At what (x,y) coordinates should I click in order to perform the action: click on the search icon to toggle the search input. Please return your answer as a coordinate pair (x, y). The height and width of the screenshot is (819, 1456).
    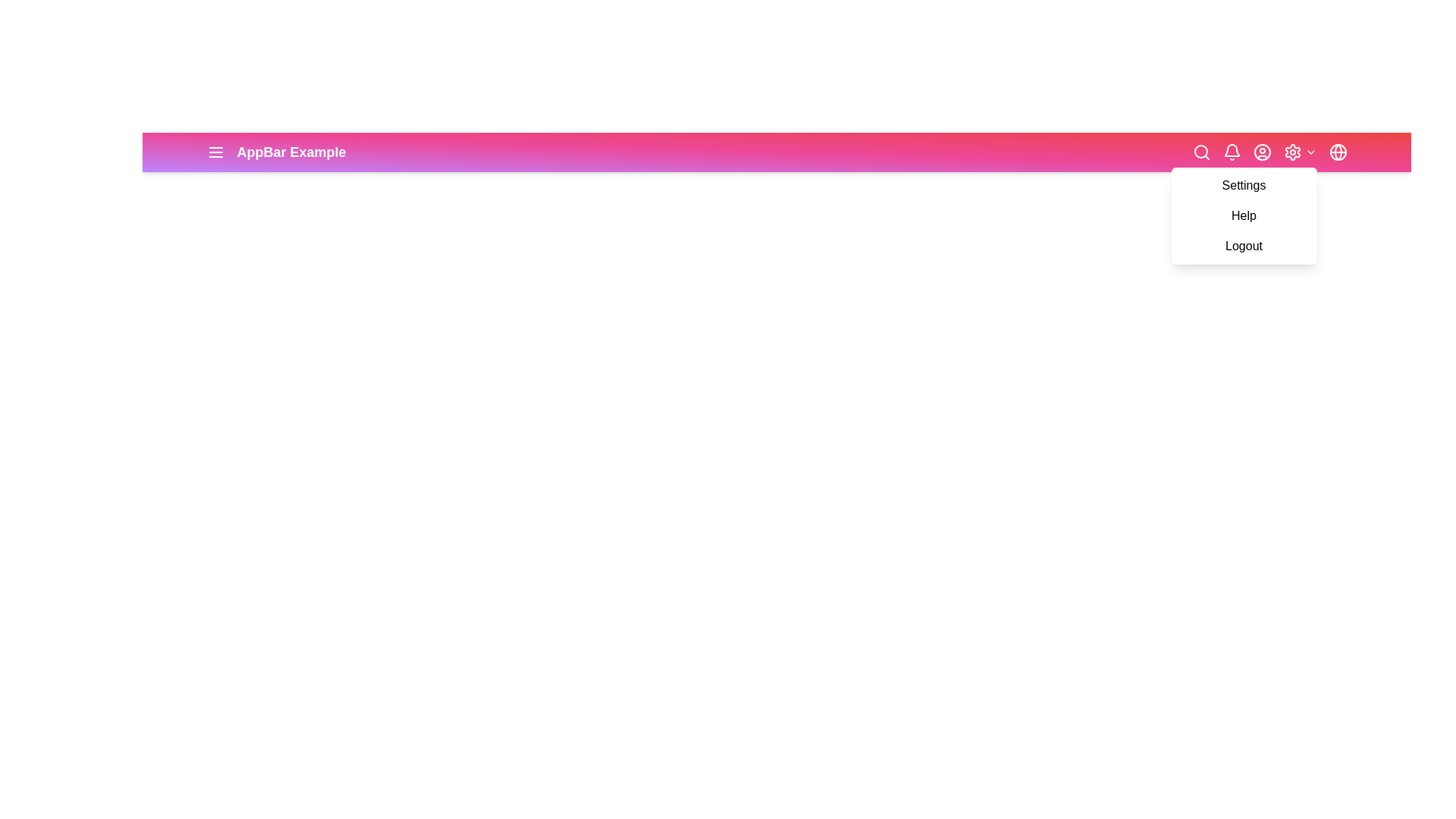
    Looking at the image, I should click on (1200, 152).